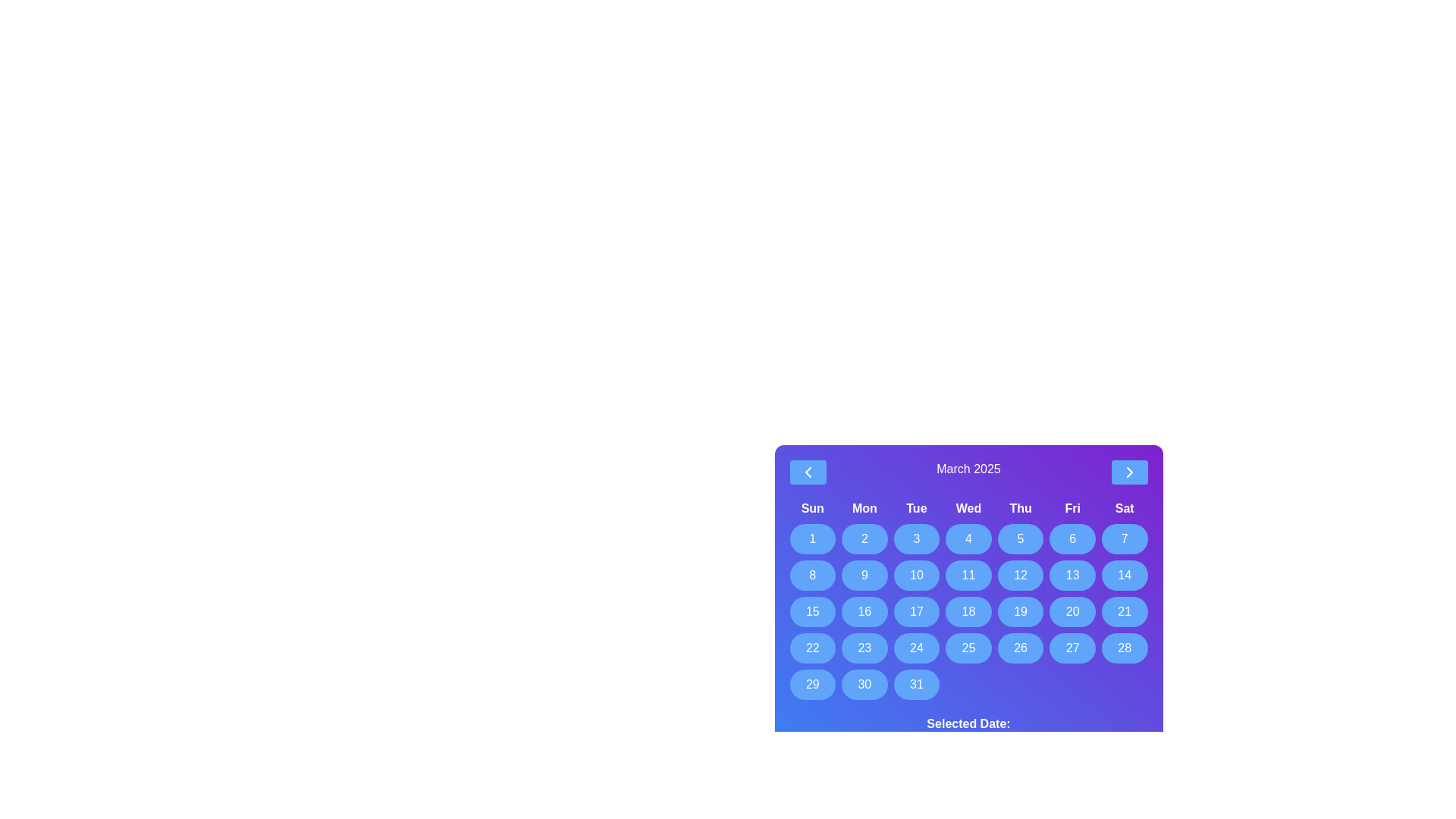 This screenshot has width=1456, height=819. I want to click on the rounded rectangle button with a blue background displaying the number '20' located in the sixth column under the 'Fri' header to change its background color, so click(1072, 610).